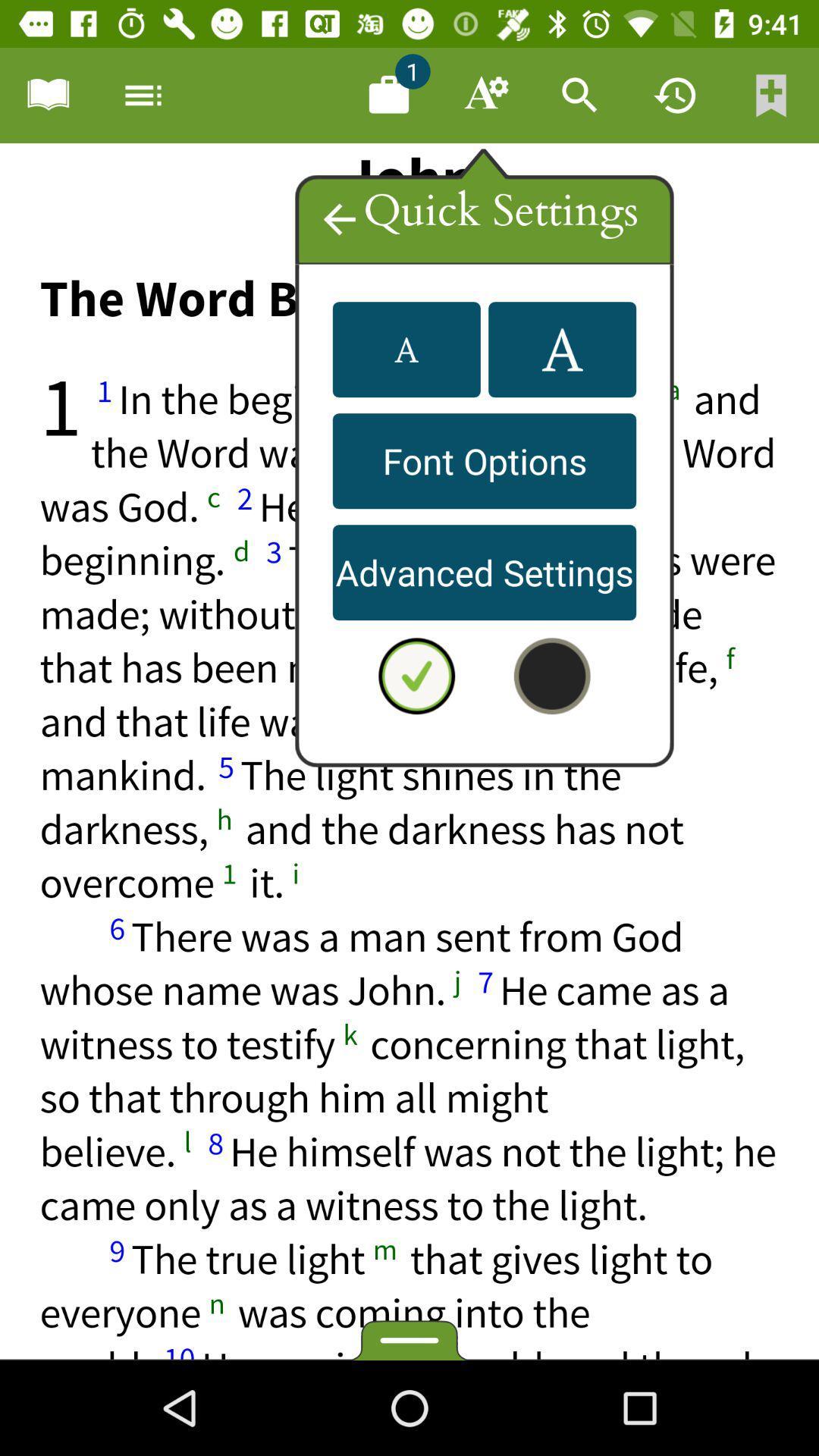 This screenshot has height=1456, width=819. I want to click on the font icon, so click(562, 349).